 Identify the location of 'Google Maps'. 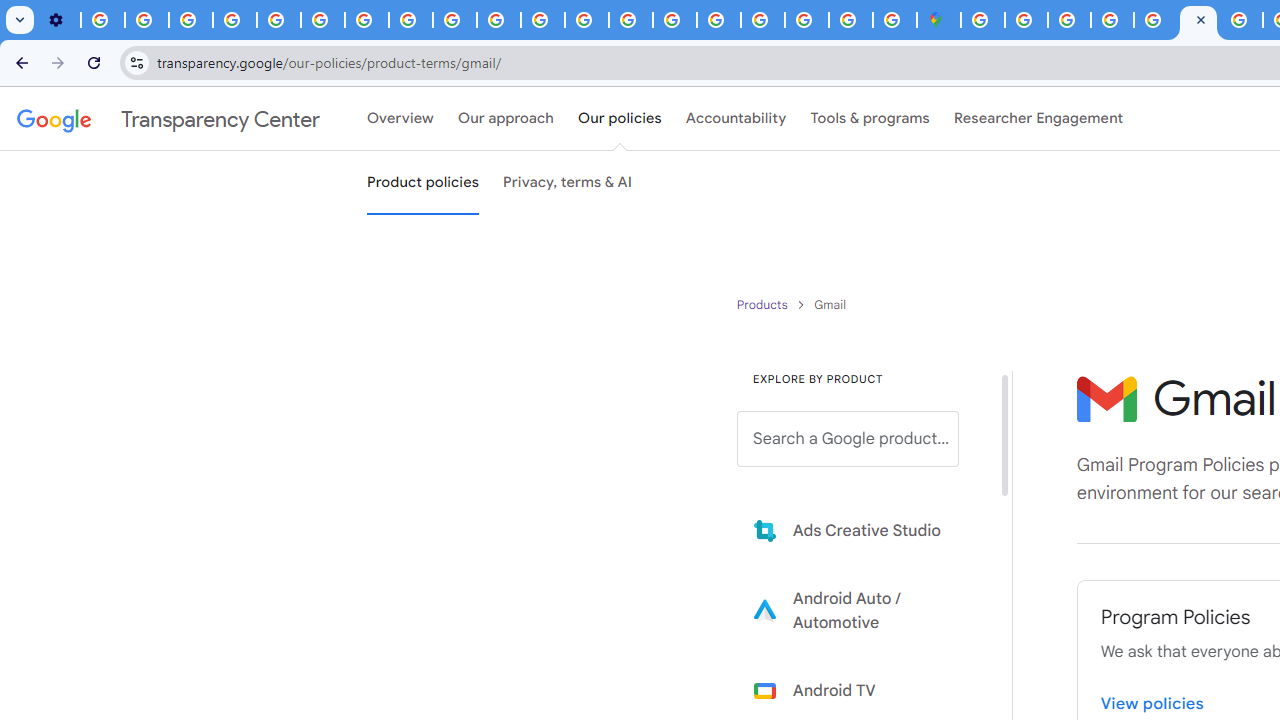
(937, 20).